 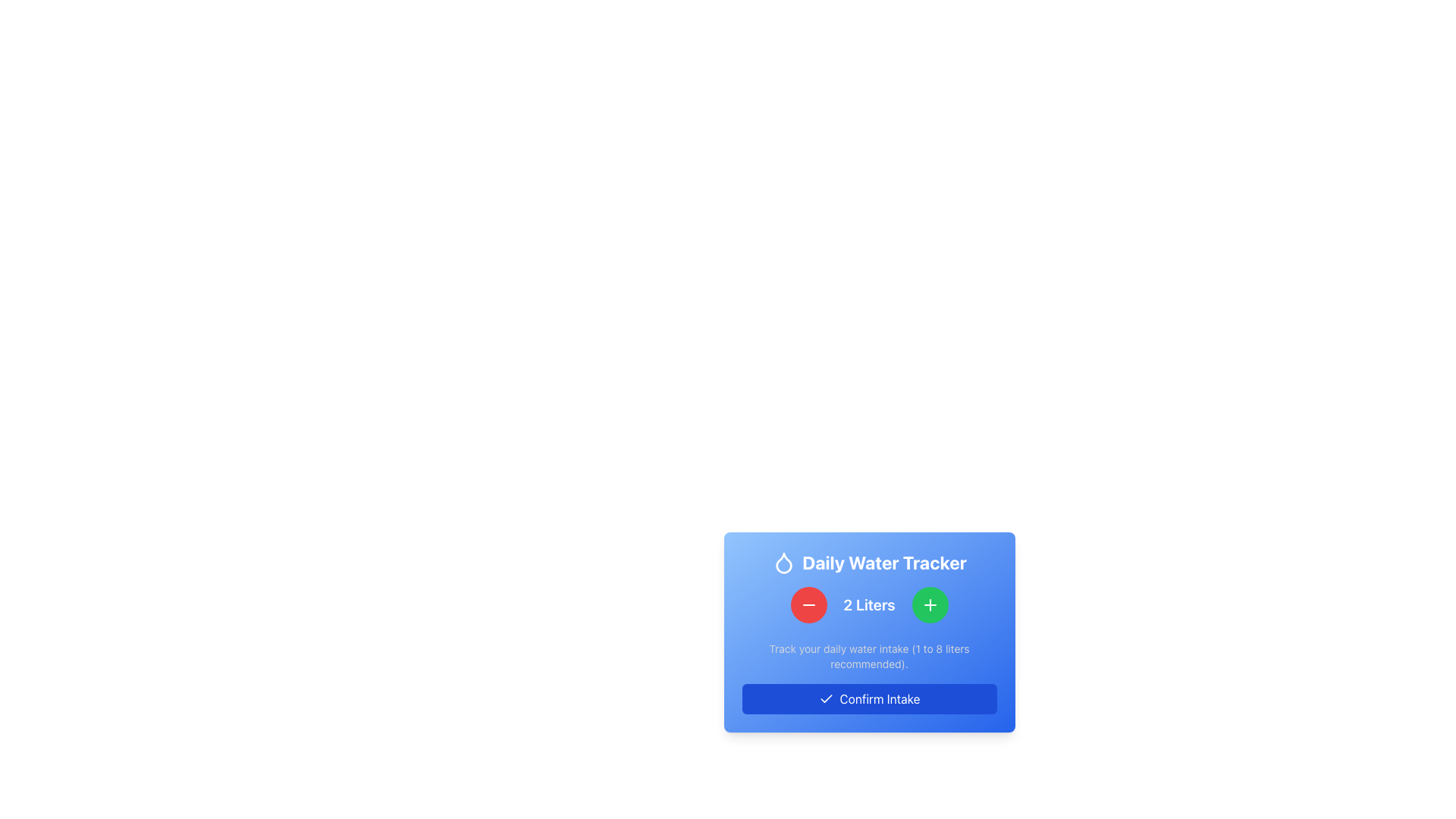 What do you see at coordinates (869, 656) in the screenshot?
I see `the static text block containing the phrase 'Track your daily water intake (1 to 8 liters recommended)', which is styled in gray color and small font size, positioned above the 'Confirm Intake' button` at bounding box center [869, 656].